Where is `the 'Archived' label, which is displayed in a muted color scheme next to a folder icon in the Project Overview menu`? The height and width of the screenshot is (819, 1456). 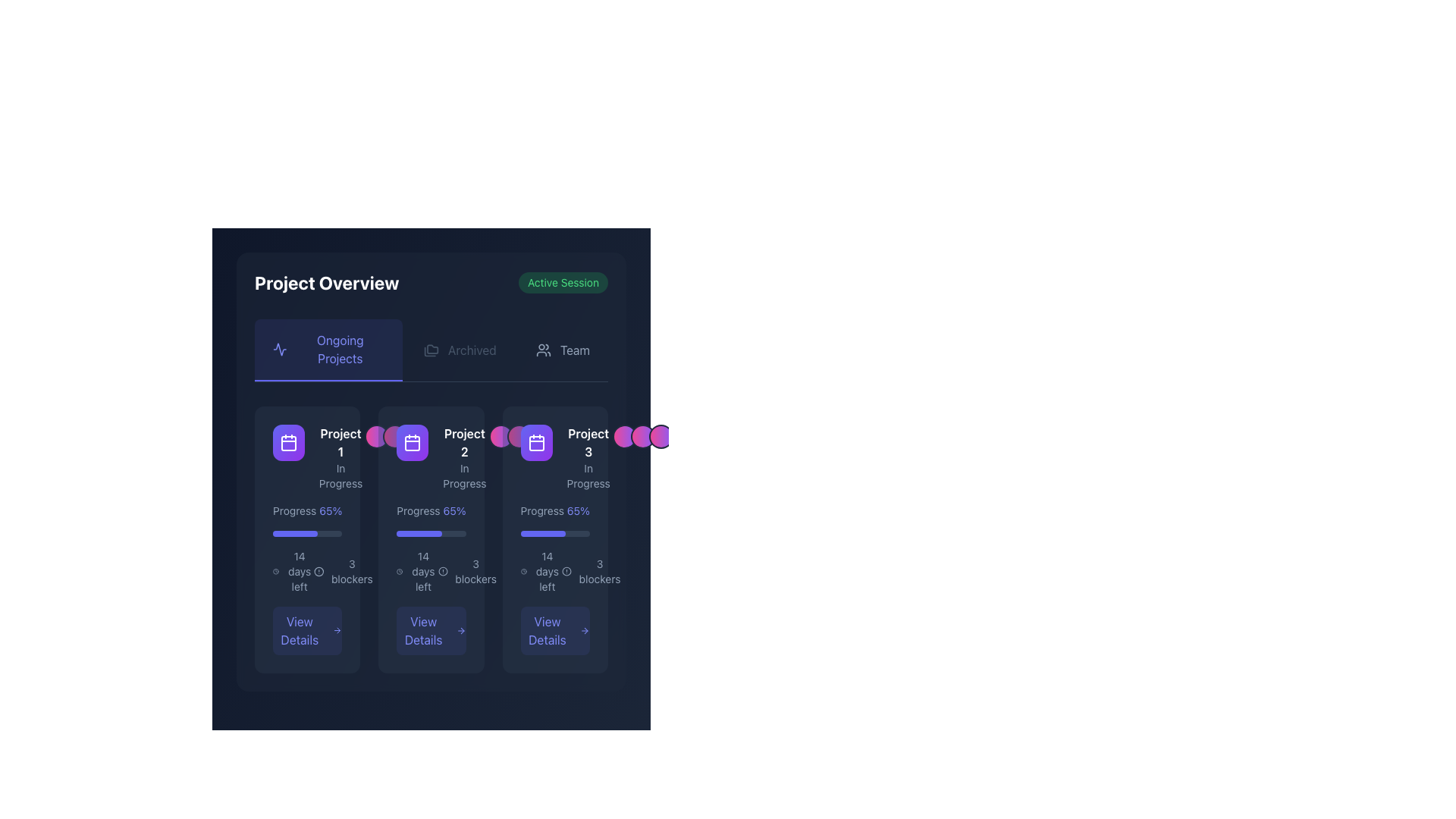 the 'Archived' label, which is displayed in a muted color scheme next to a folder icon in the Project Overview menu is located at coordinates (471, 350).